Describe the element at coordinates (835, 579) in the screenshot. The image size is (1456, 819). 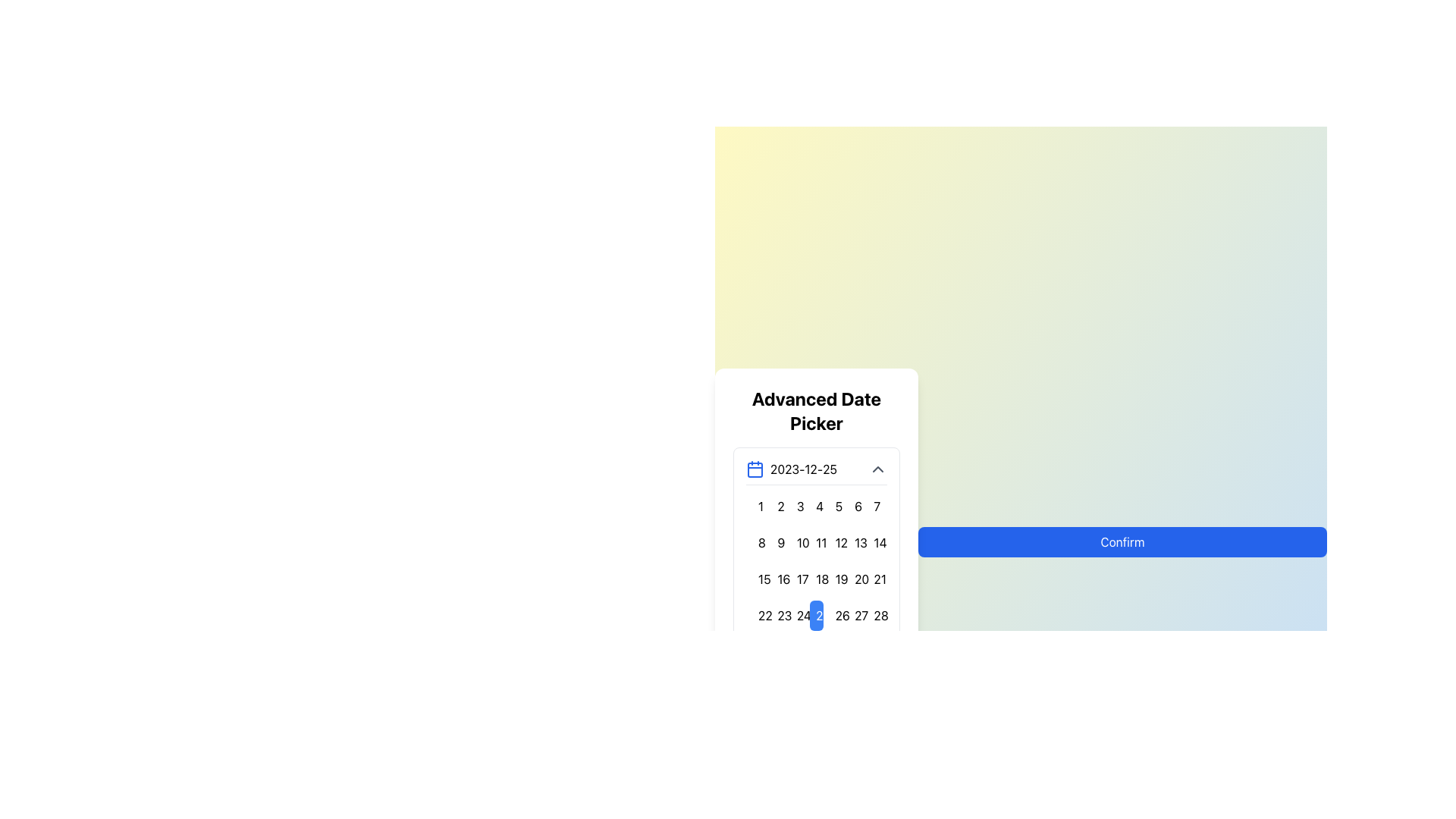
I see `the button labeled '19' in the calendar interface under the 'Advanced Date Picker' header` at that location.